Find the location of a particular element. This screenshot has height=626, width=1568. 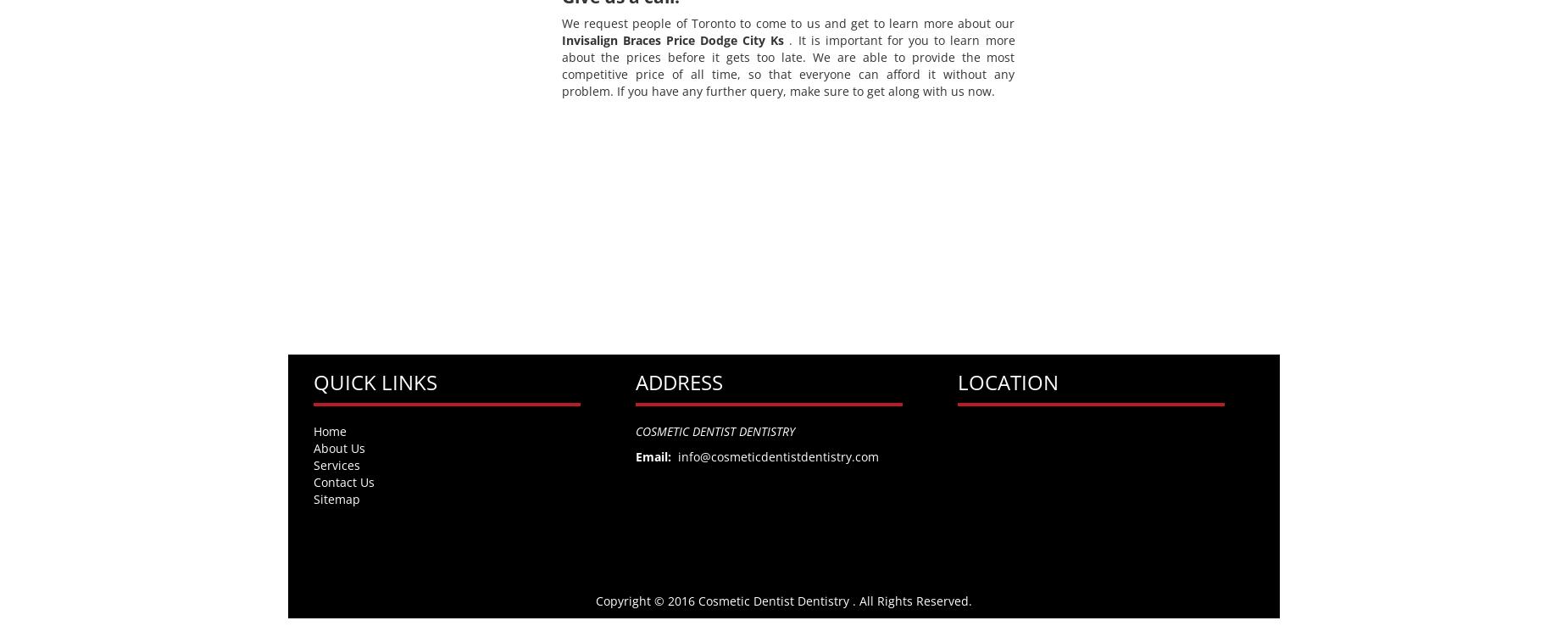

'COSMETIC DENTIST DENTISTRY' is located at coordinates (714, 430).